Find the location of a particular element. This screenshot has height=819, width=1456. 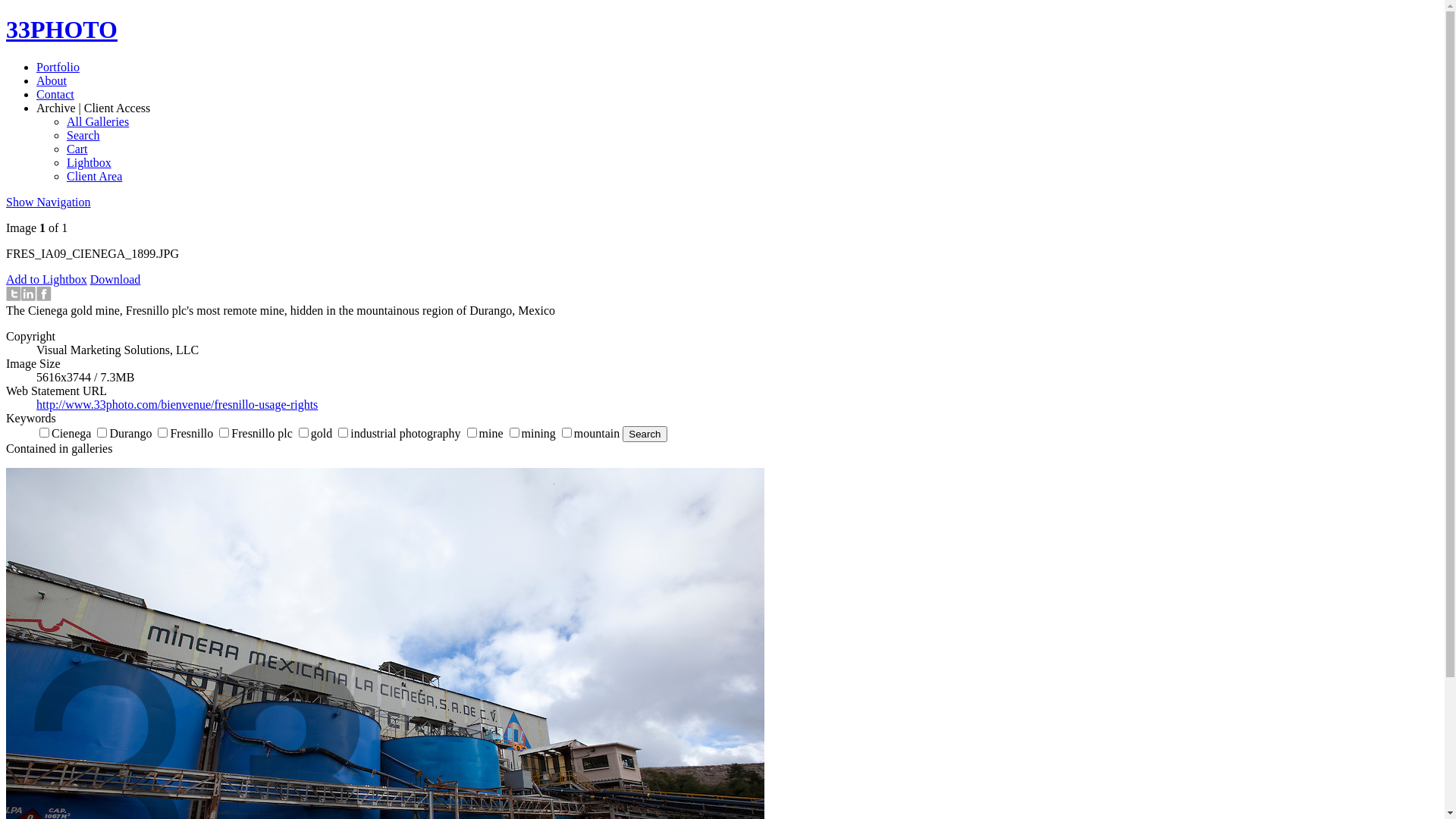

'Search' is located at coordinates (83, 134).